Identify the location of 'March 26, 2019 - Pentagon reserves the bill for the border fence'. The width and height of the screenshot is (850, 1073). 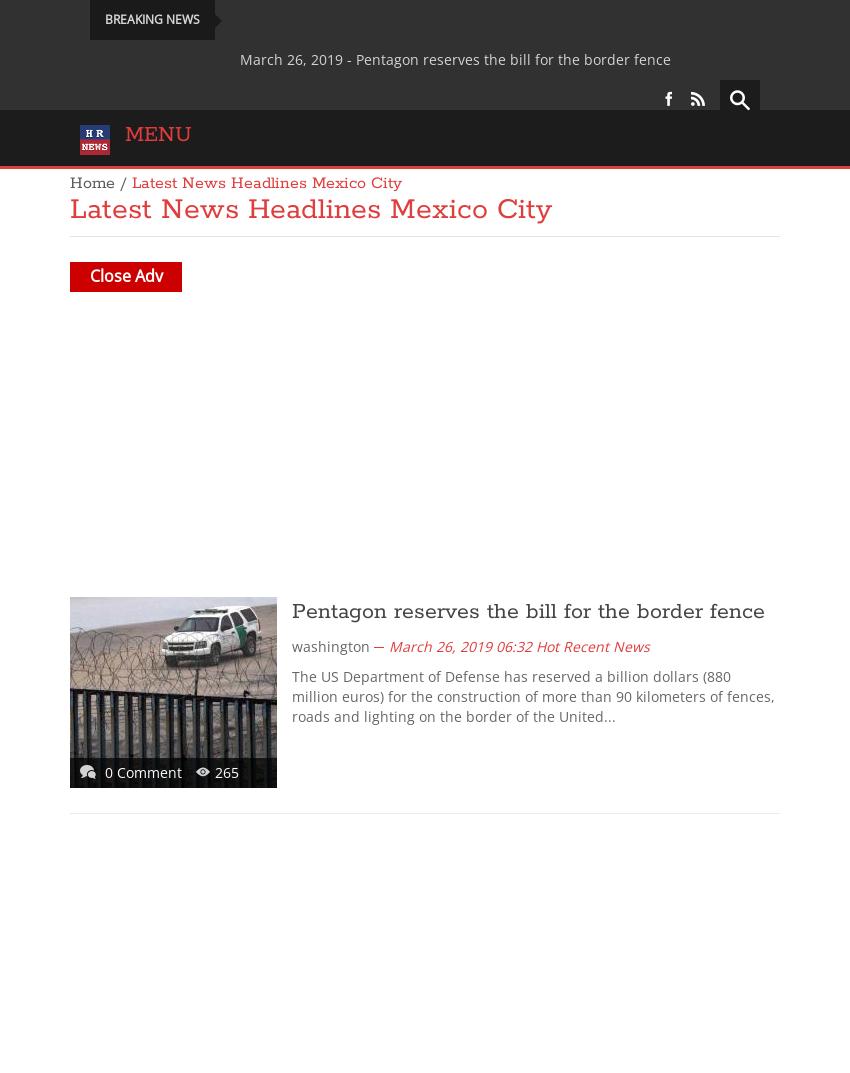
(346, 58).